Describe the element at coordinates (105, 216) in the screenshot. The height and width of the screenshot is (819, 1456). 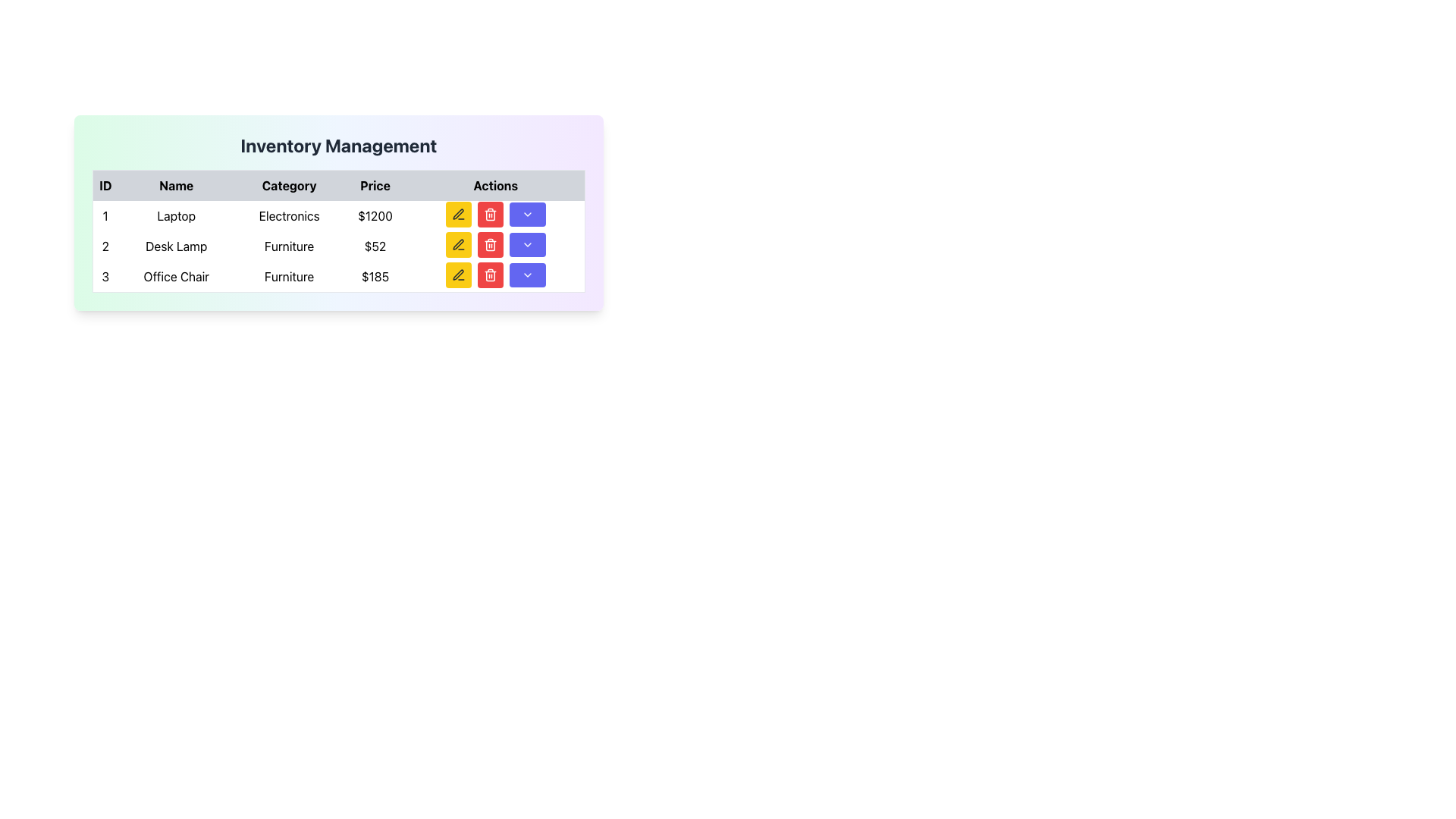
I see `the text label displaying the numeral '1' in the ID column of the first row of the table` at that location.